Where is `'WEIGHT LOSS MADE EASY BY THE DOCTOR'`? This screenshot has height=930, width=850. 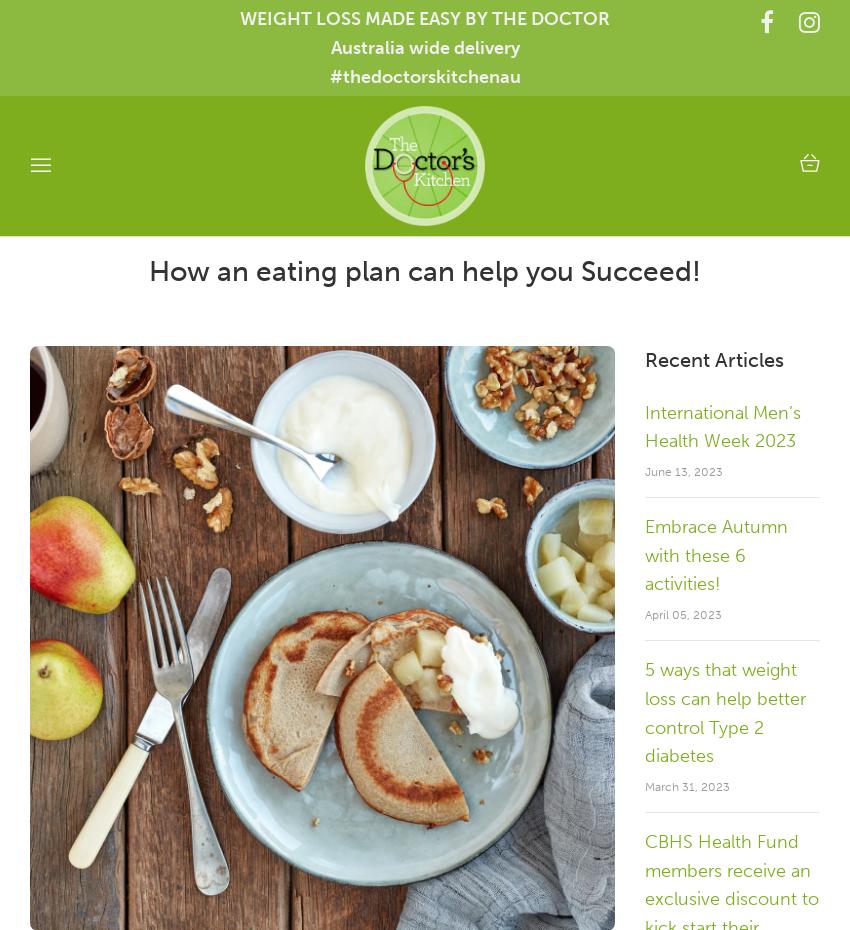
'WEIGHT LOSS MADE EASY BY THE DOCTOR' is located at coordinates (425, 17).